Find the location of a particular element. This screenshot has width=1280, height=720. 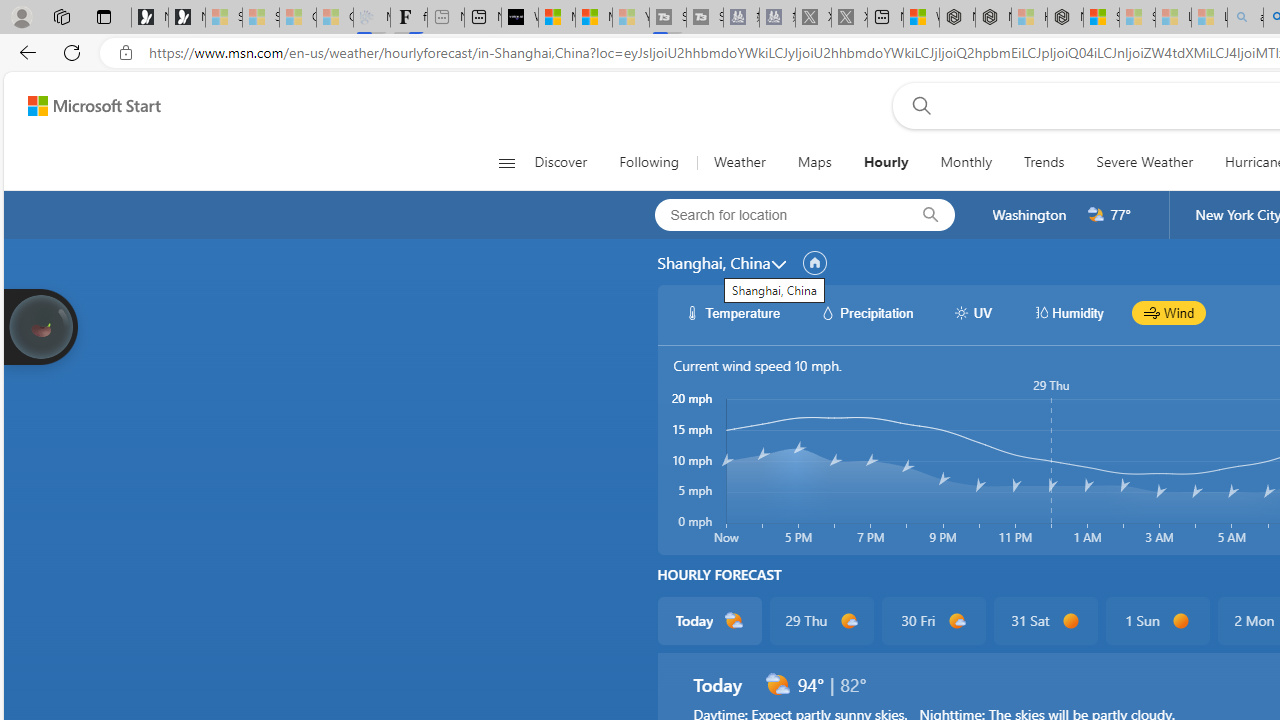

'Severe Weather' is located at coordinates (1144, 162).